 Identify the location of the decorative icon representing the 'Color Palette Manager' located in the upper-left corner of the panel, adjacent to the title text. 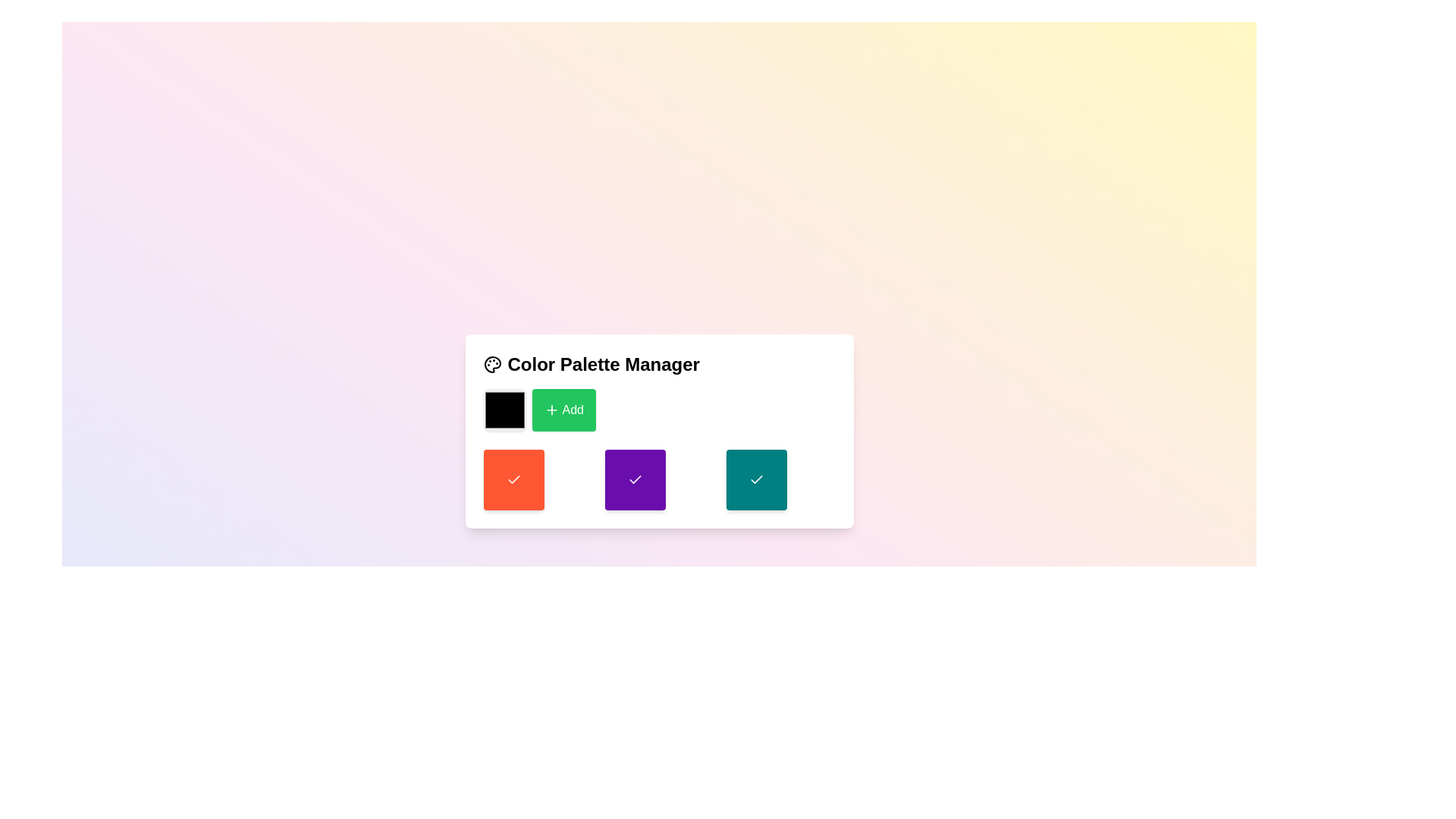
(492, 365).